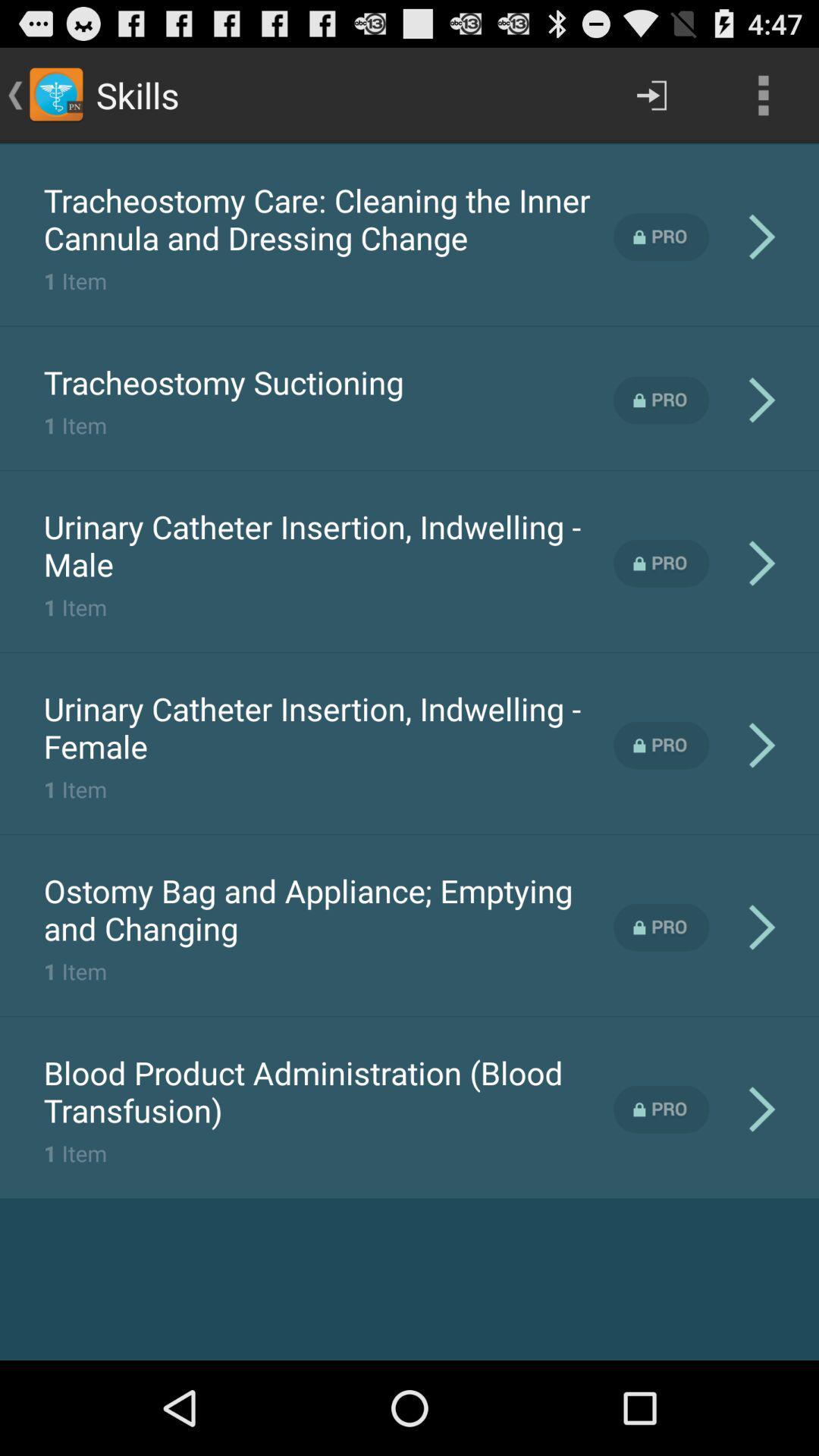 The height and width of the screenshot is (1456, 819). What do you see at coordinates (661, 563) in the screenshot?
I see `pro feature locked` at bounding box center [661, 563].